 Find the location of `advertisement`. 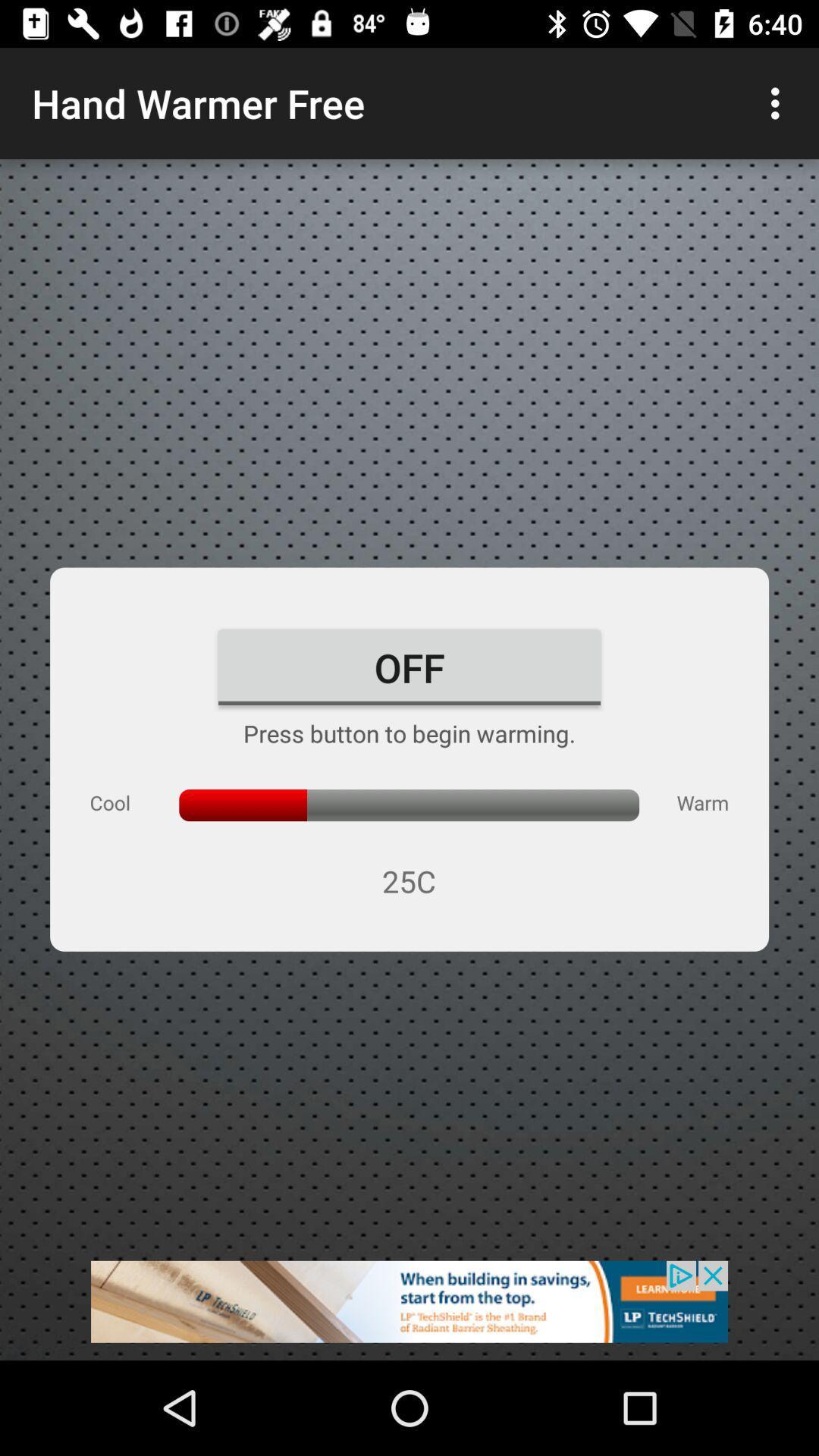

advertisement is located at coordinates (409, 1310).